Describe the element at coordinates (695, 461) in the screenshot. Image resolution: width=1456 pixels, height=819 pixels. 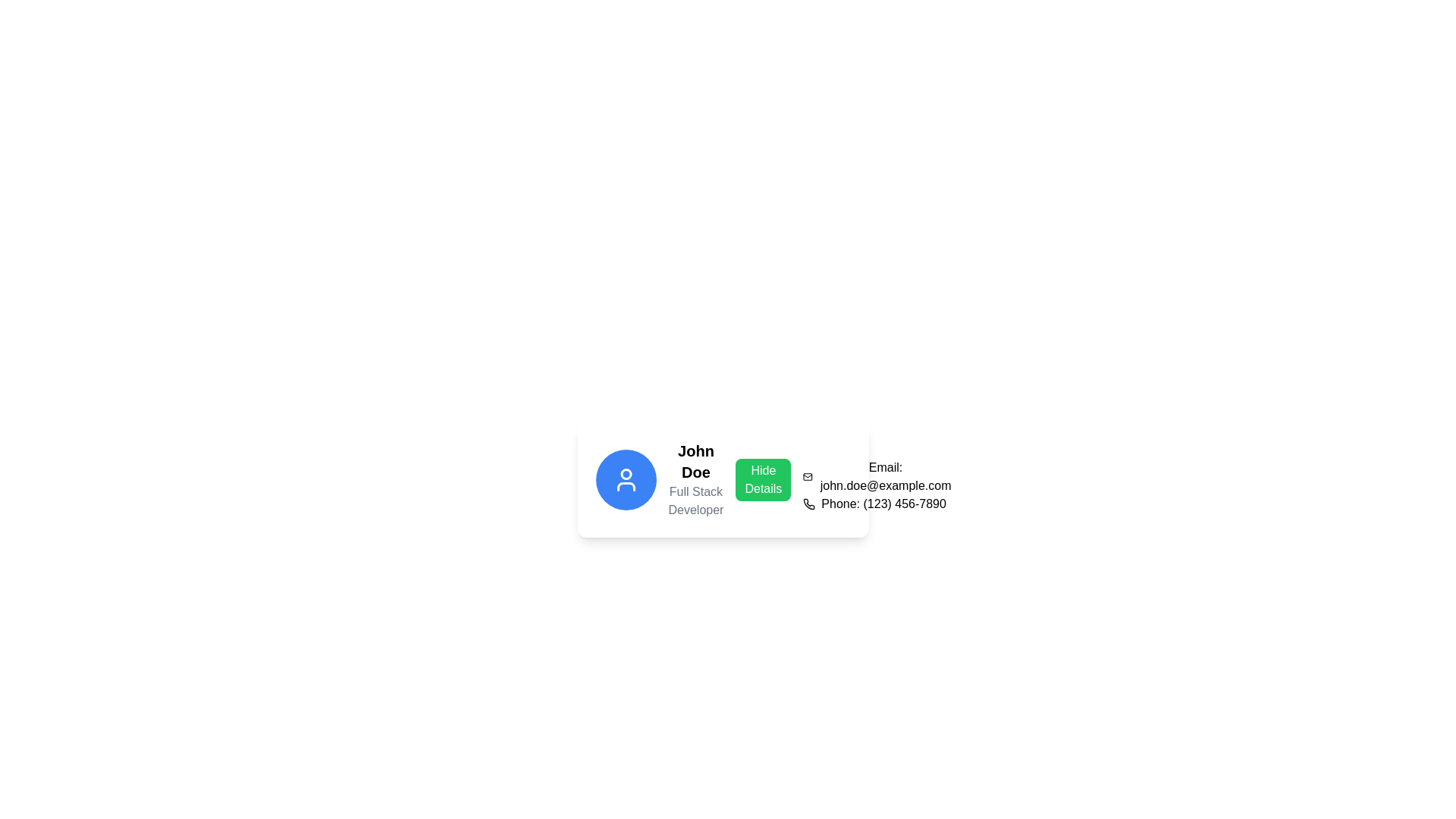
I see `the text label displaying the user's name in the profile card, which is positioned near the center, to the right of the avatar icon and above the 'Hide Details' button` at that location.